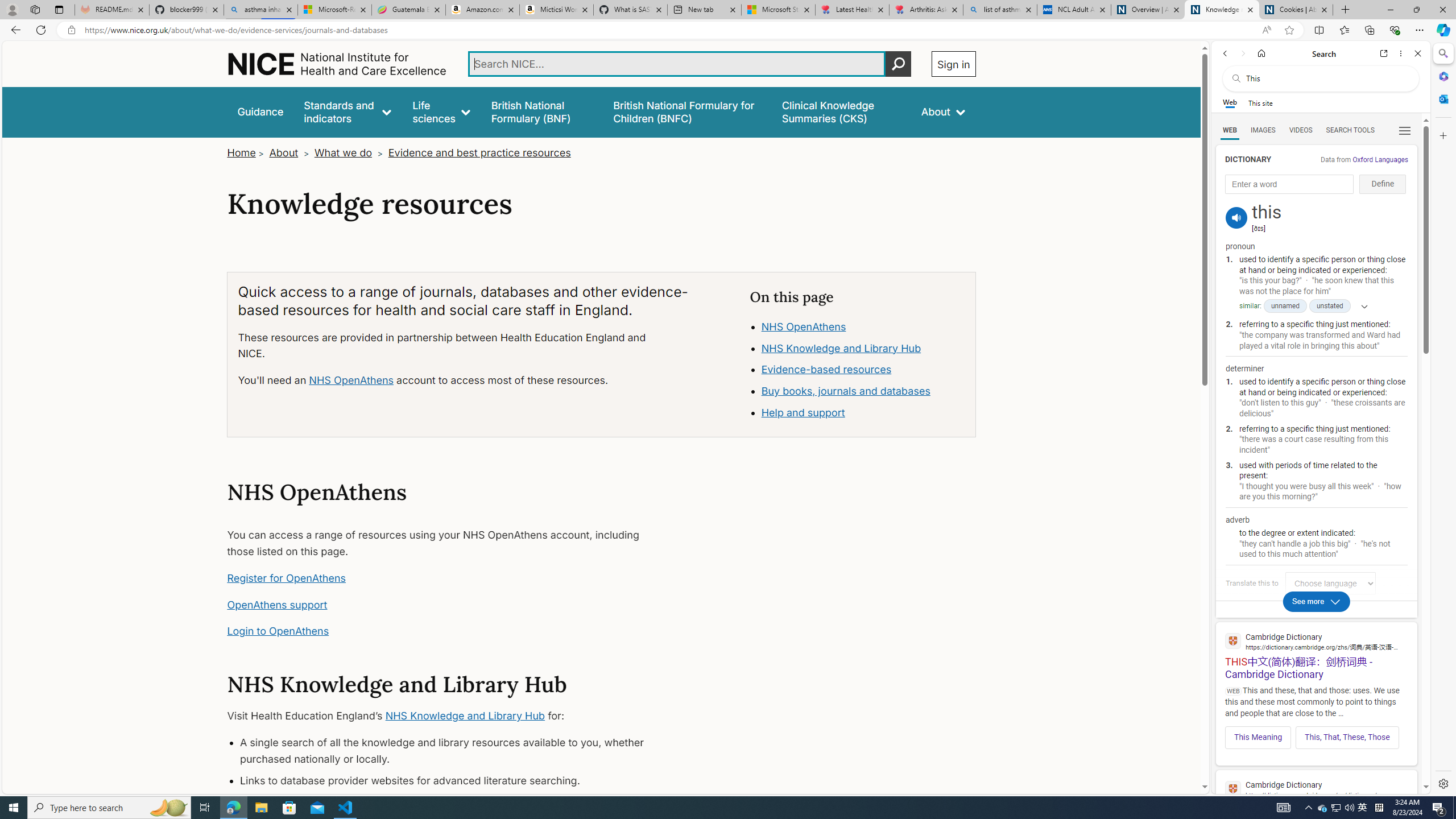 The width and height of the screenshot is (1456, 819). What do you see at coordinates (1379, 159) in the screenshot?
I see `'Oxford Languages'` at bounding box center [1379, 159].